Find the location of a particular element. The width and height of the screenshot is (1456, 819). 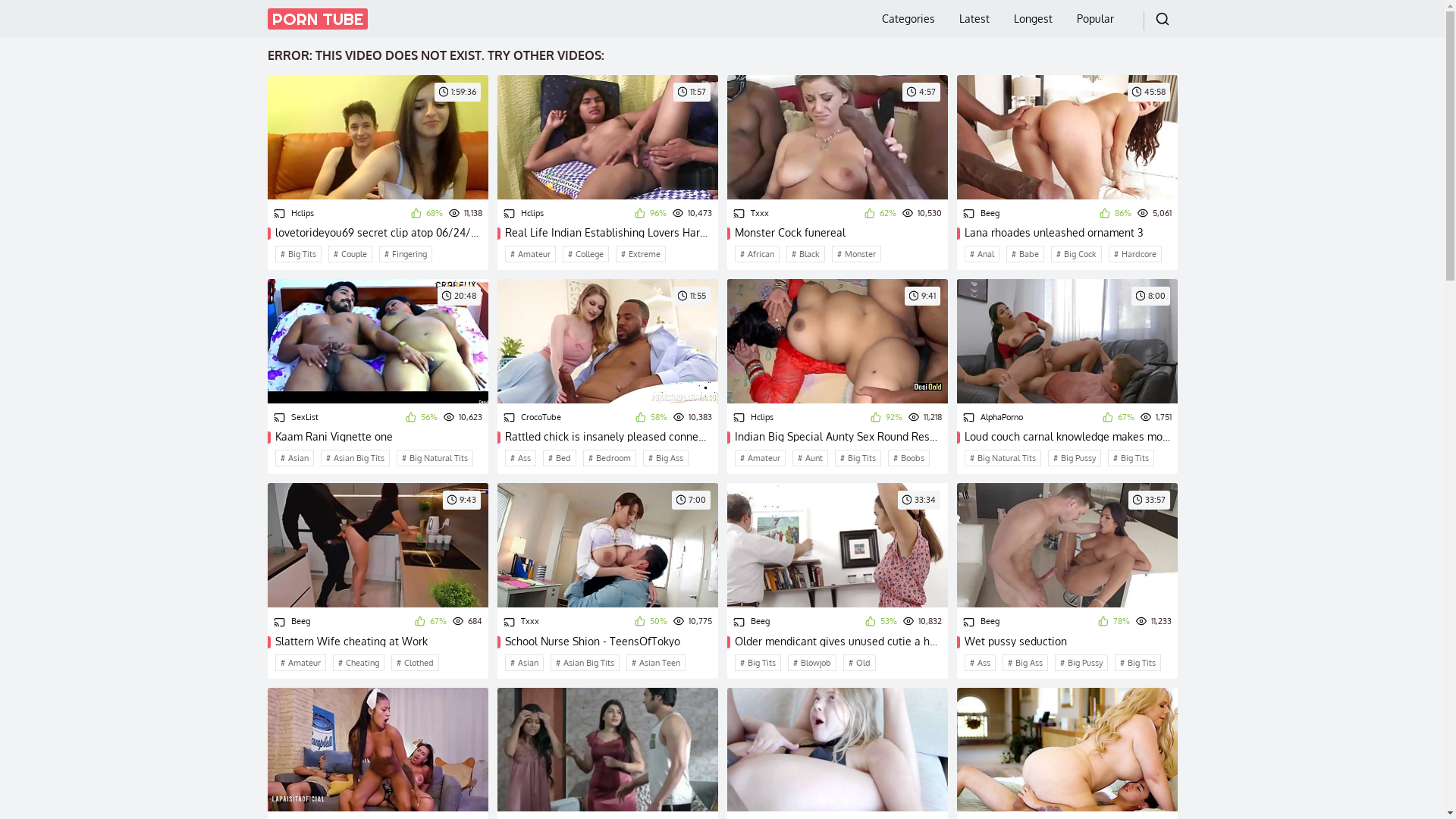

'Kaam Rani Vignette one' is located at coordinates (377, 436).